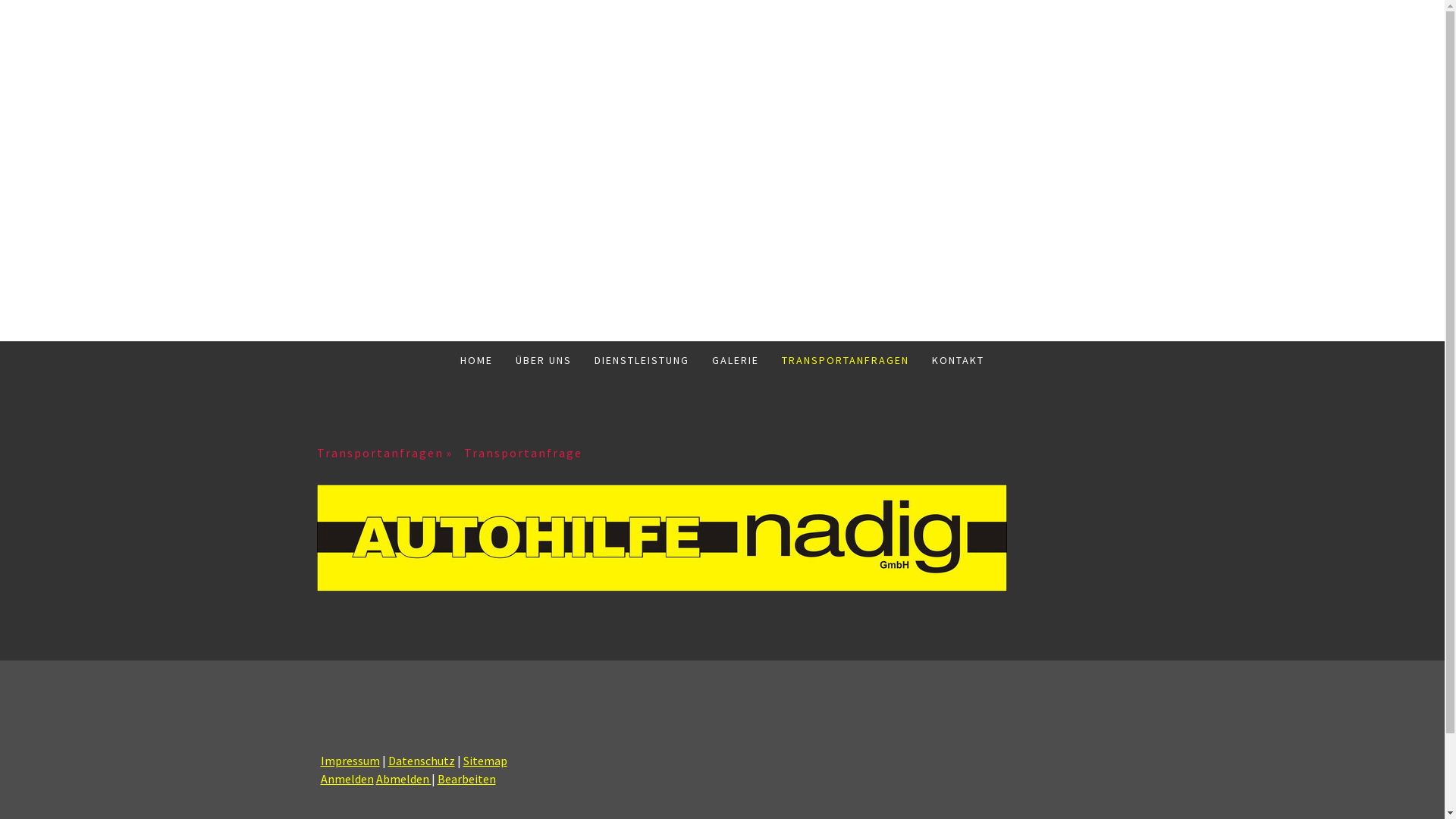 The height and width of the screenshot is (819, 1456). I want to click on 'DIENSTLEISTUNG', so click(582, 359).